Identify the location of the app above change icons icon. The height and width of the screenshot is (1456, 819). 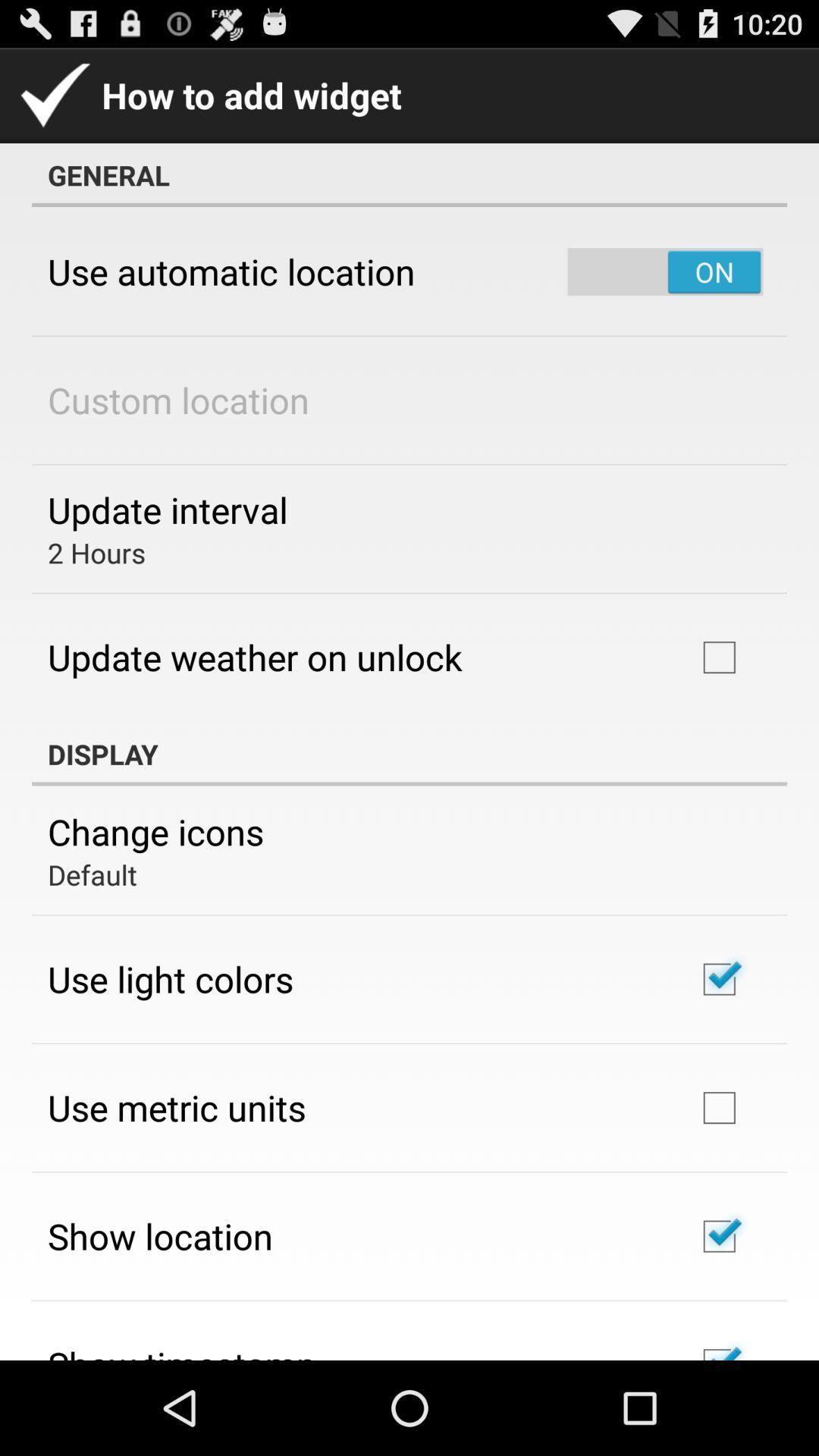
(409, 754).